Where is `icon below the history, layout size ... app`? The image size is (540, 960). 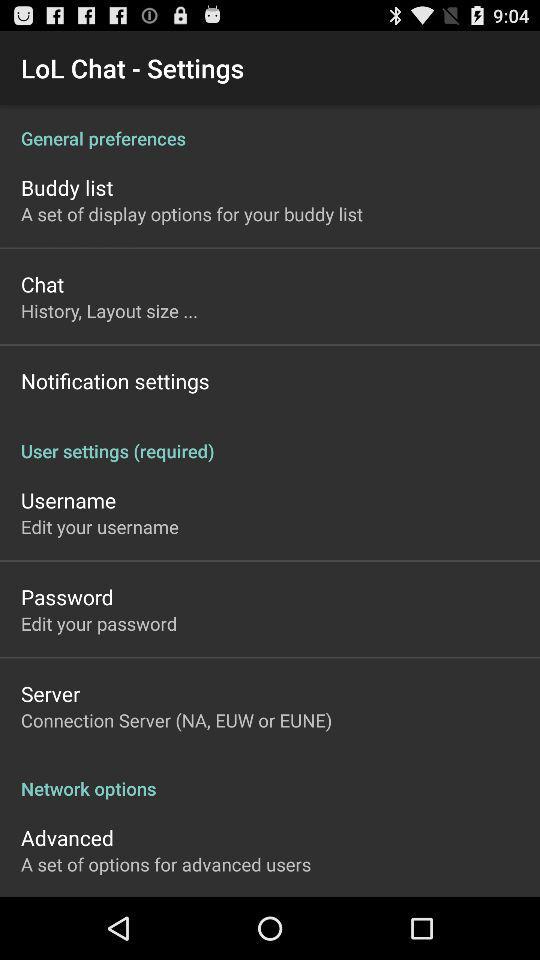
icon below the history, layout size ... app is located at coordinates (115, 380).